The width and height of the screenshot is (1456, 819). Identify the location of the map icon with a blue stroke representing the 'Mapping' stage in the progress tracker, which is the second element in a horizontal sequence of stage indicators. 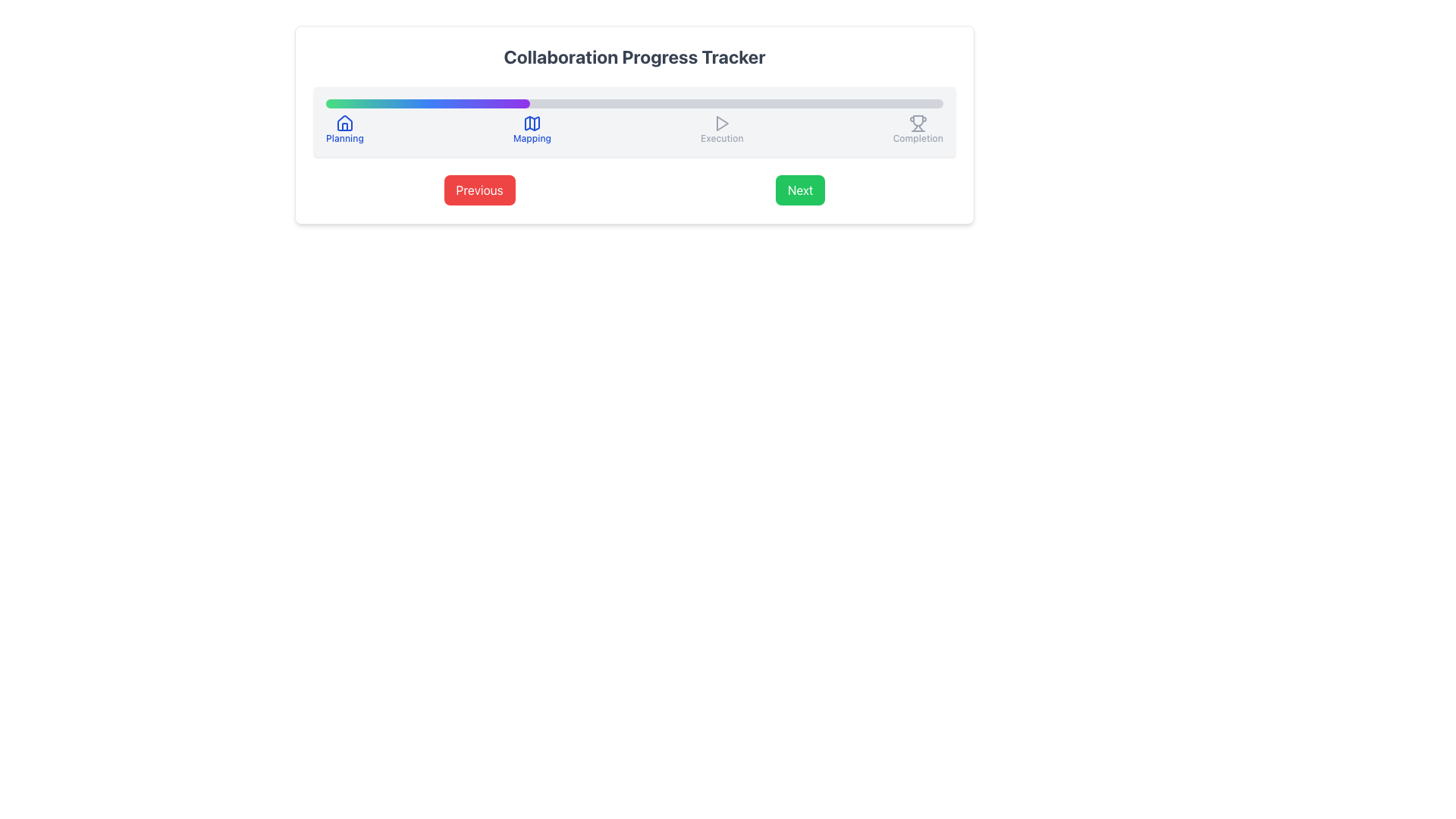
(532, 122).